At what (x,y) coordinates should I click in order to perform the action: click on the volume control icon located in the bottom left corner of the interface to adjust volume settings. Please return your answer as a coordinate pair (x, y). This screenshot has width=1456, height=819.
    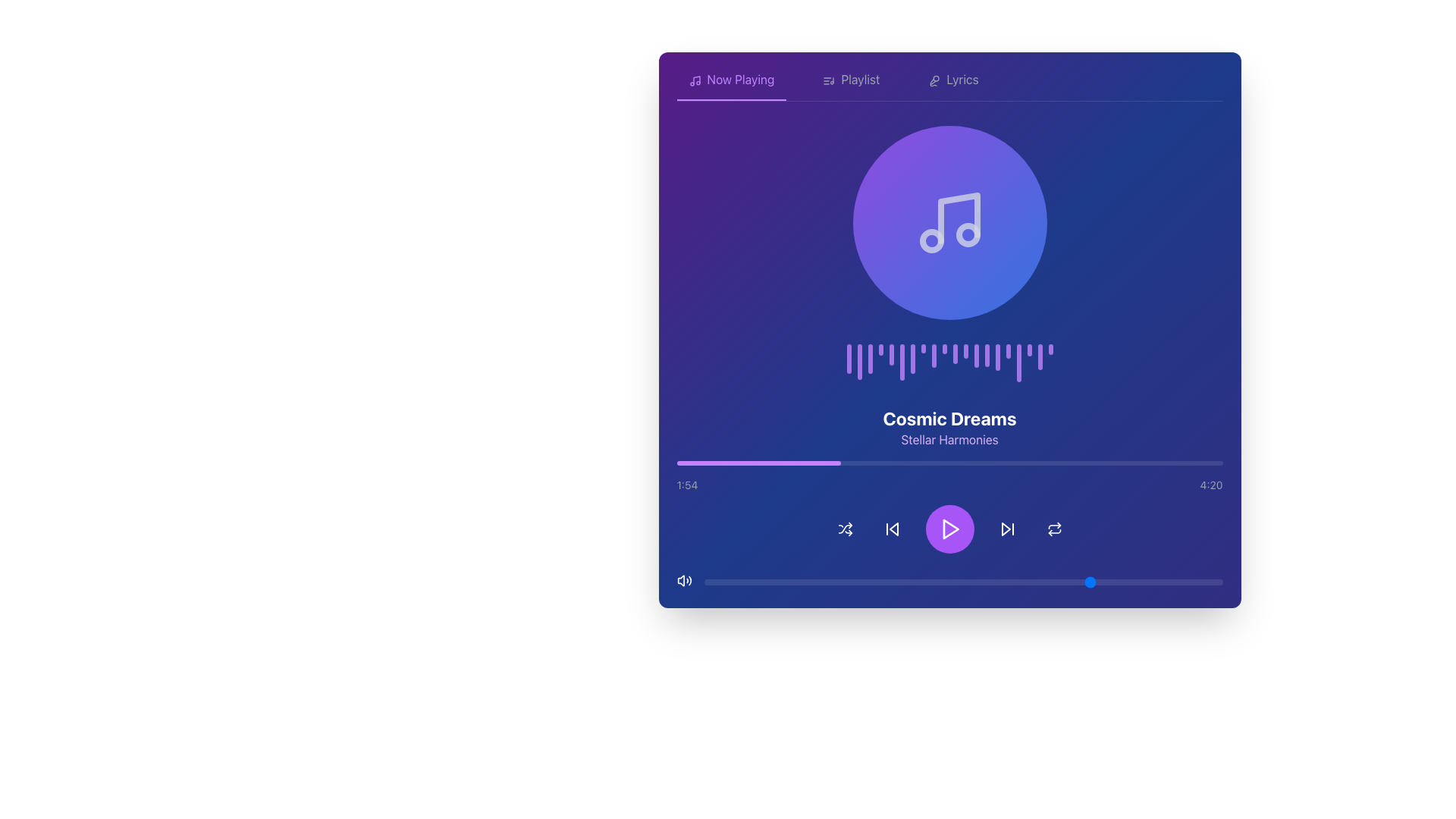
    Looking at the image, I should click on (679, 580).